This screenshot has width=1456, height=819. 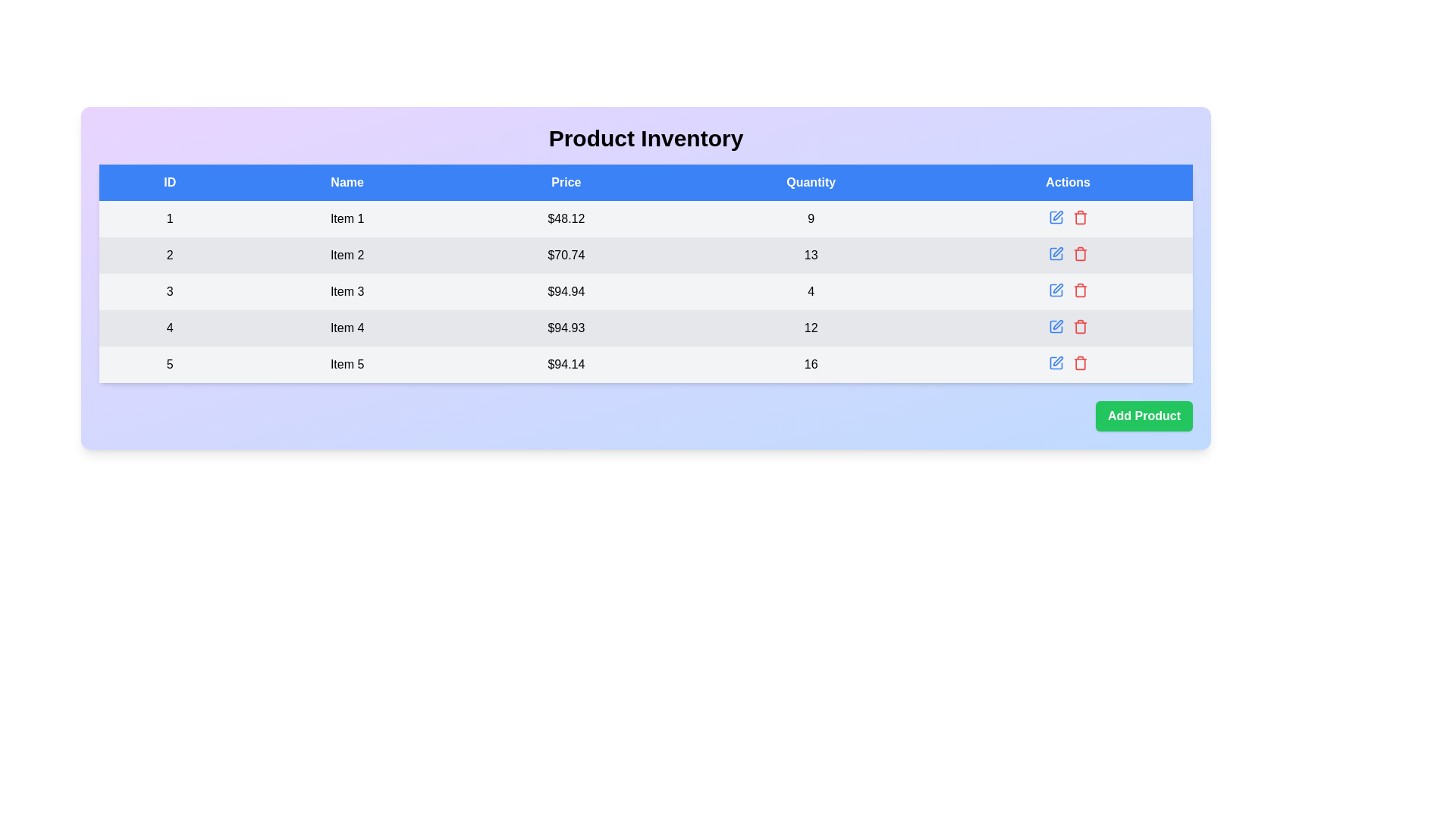 What do you see at coordinates (347, 292) in the screenshot?
I see `the label displaying the name of the third item in the inventory list, which is located in the second column of the third row of a table layout` at bounding box center [347, 292].